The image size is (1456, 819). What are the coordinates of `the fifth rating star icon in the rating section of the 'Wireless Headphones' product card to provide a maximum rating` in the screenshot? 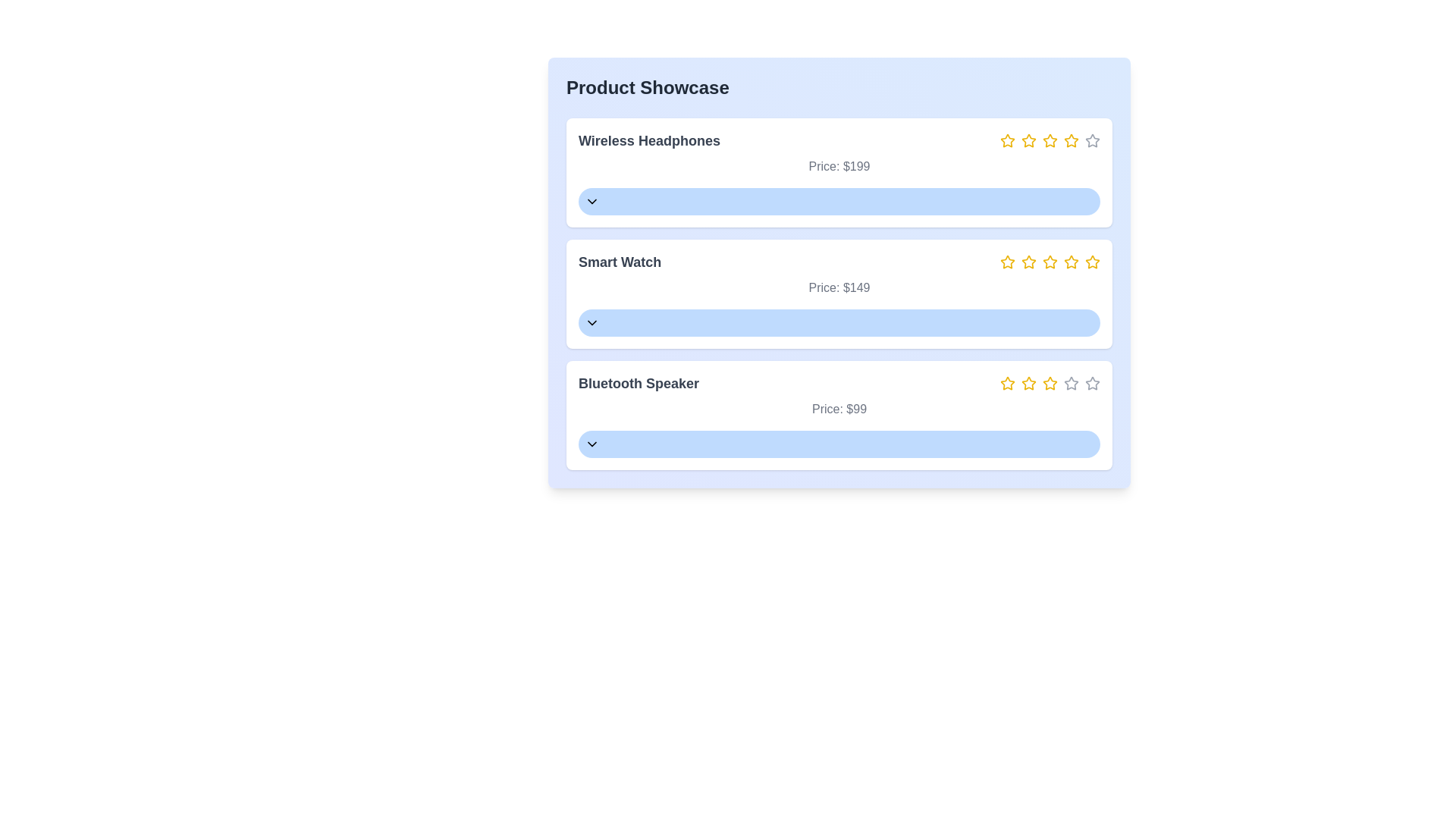 It's located at (1092, 140).